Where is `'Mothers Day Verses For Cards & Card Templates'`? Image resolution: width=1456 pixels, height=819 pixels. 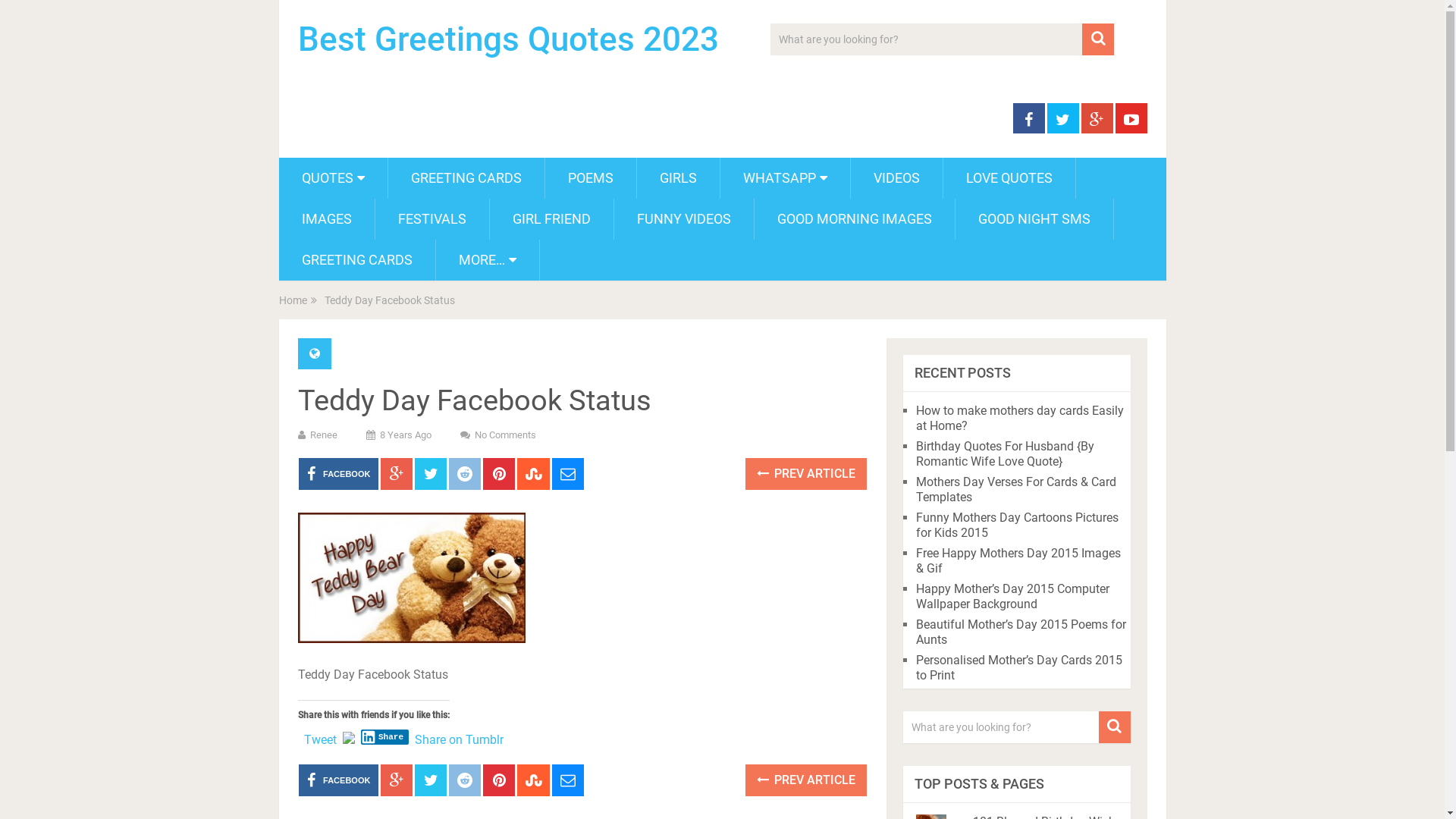 'Mothers Day Verses For Cards & Card Templates' is located at coordinates (915, 489).